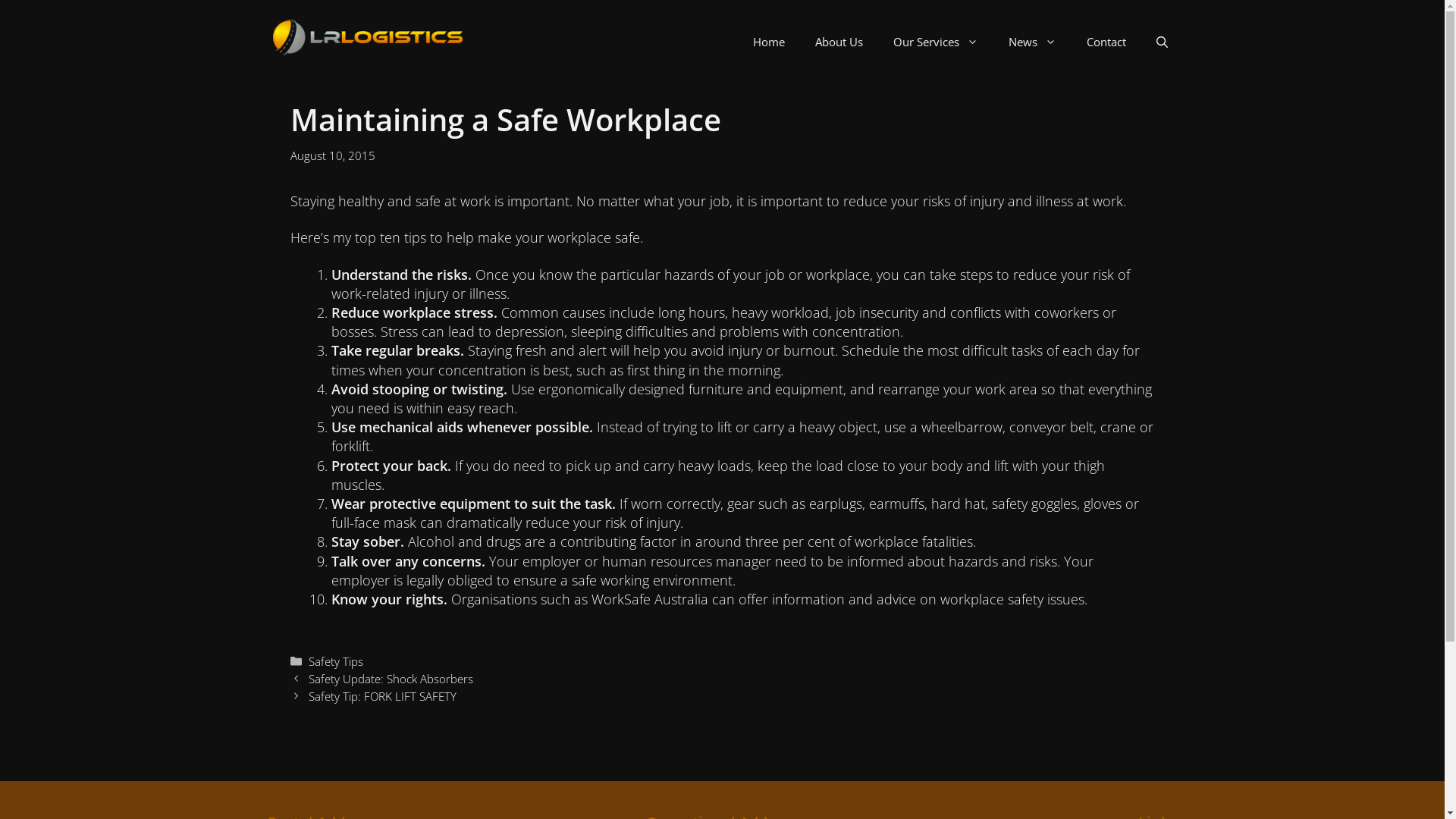  Describe the element at coordinates (308, 696) in the screenshot. I see `'Safety Tip: FORK LIFT SAFETY'` at that location.